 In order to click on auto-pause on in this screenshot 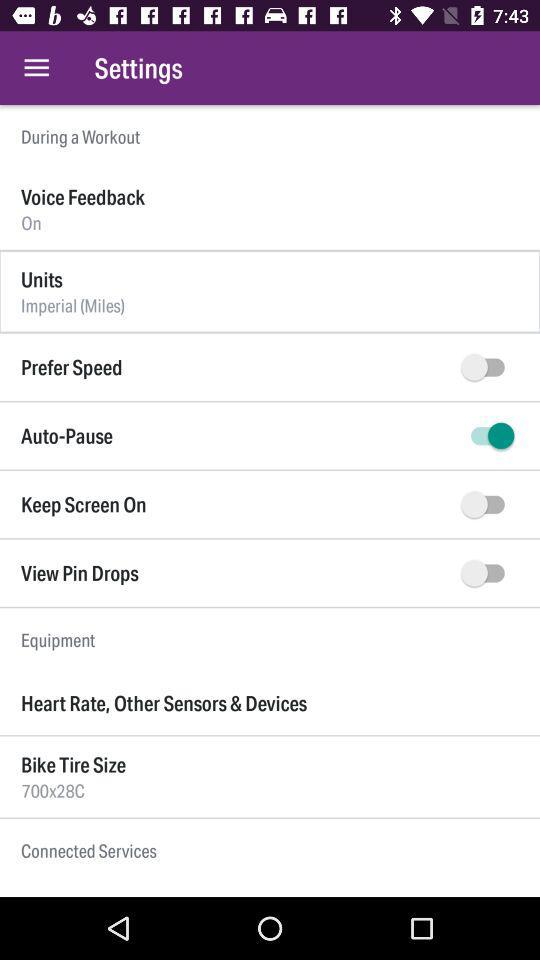, I will do `click(486, 435)`.